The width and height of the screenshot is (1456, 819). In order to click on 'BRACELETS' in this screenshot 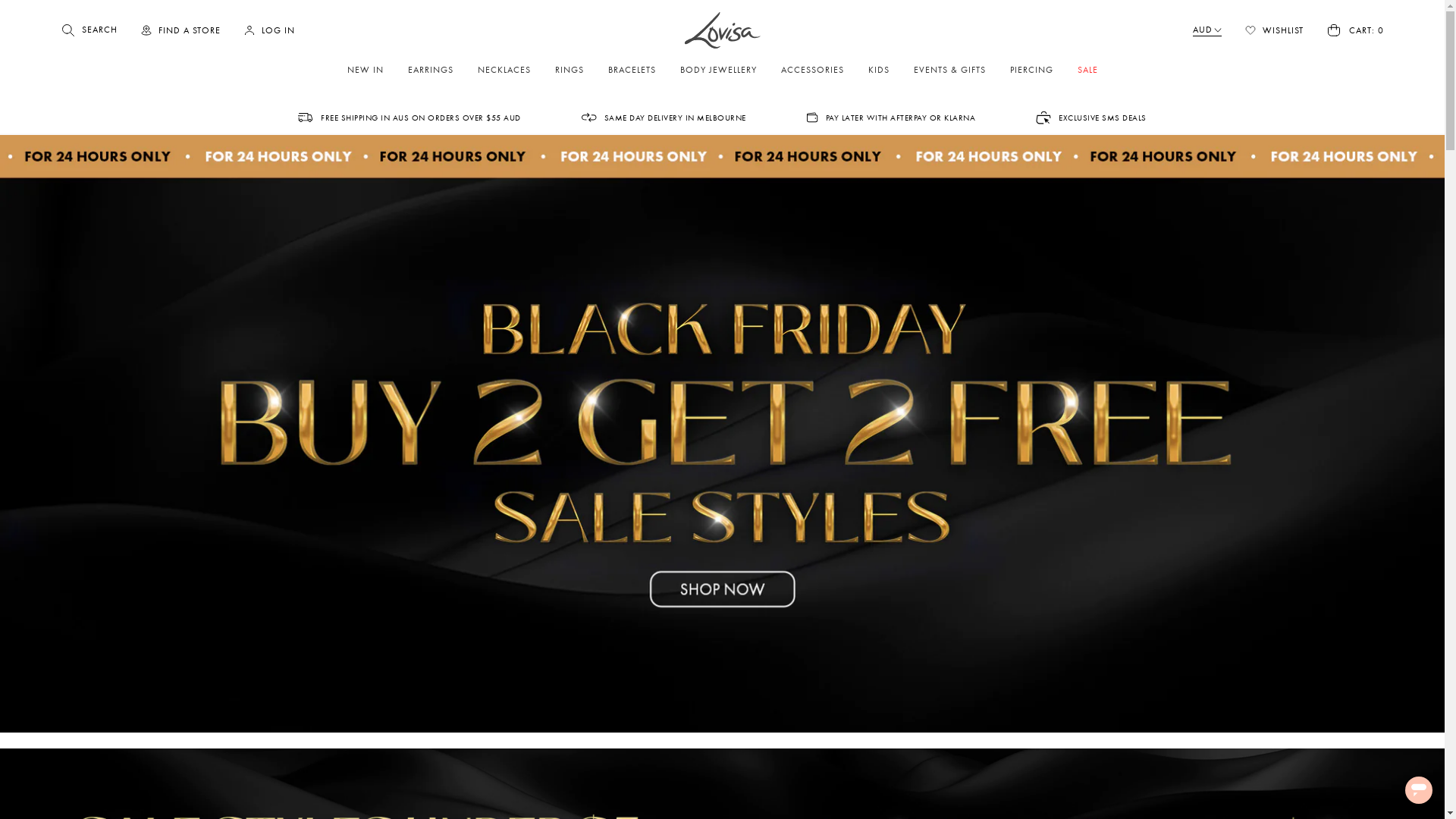, I will do `click(632, 70)`.